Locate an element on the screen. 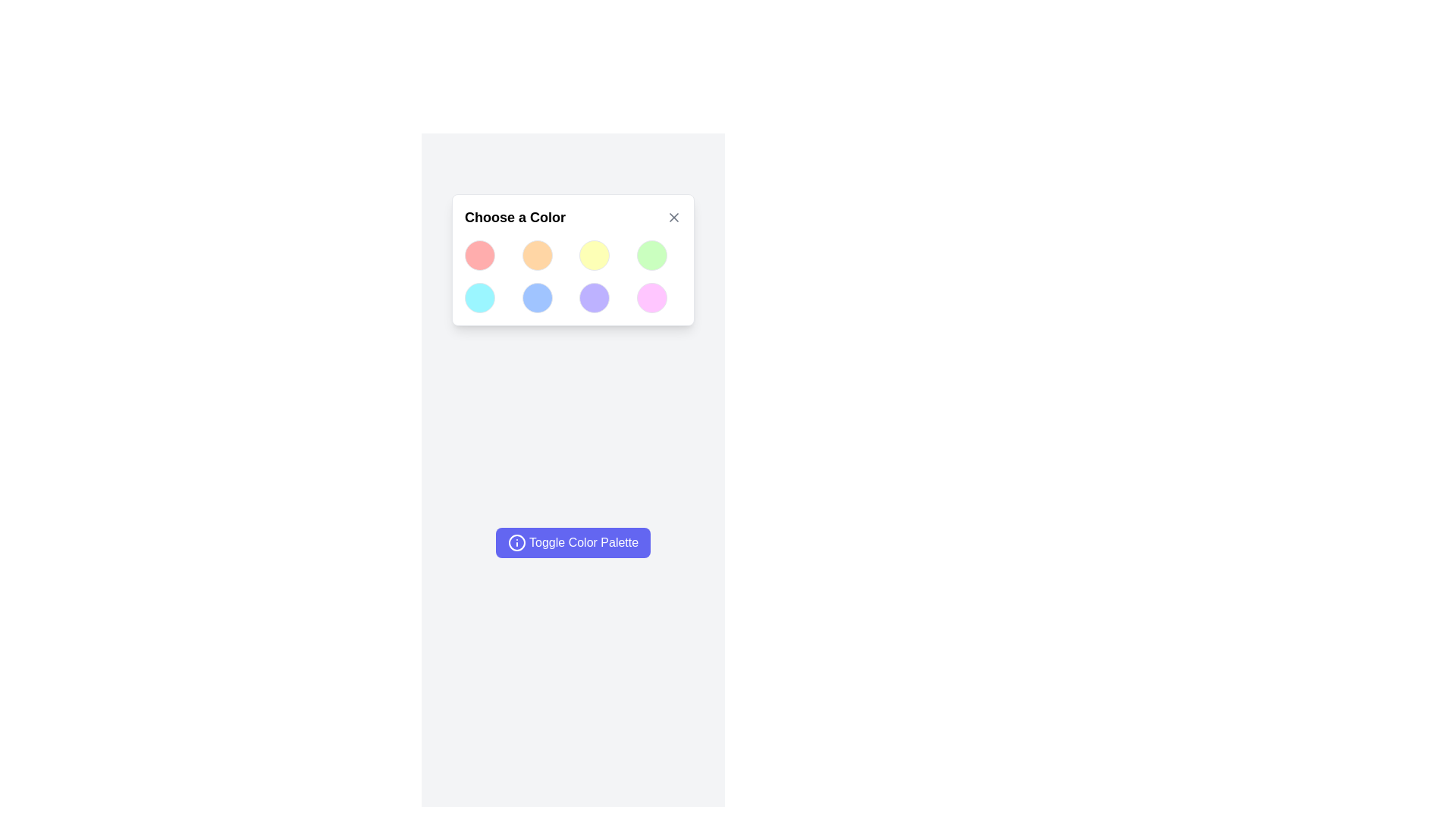  the interactive circular button with a light green background located in the top-right corner of a grid layout is located at coordinates (651, 254).